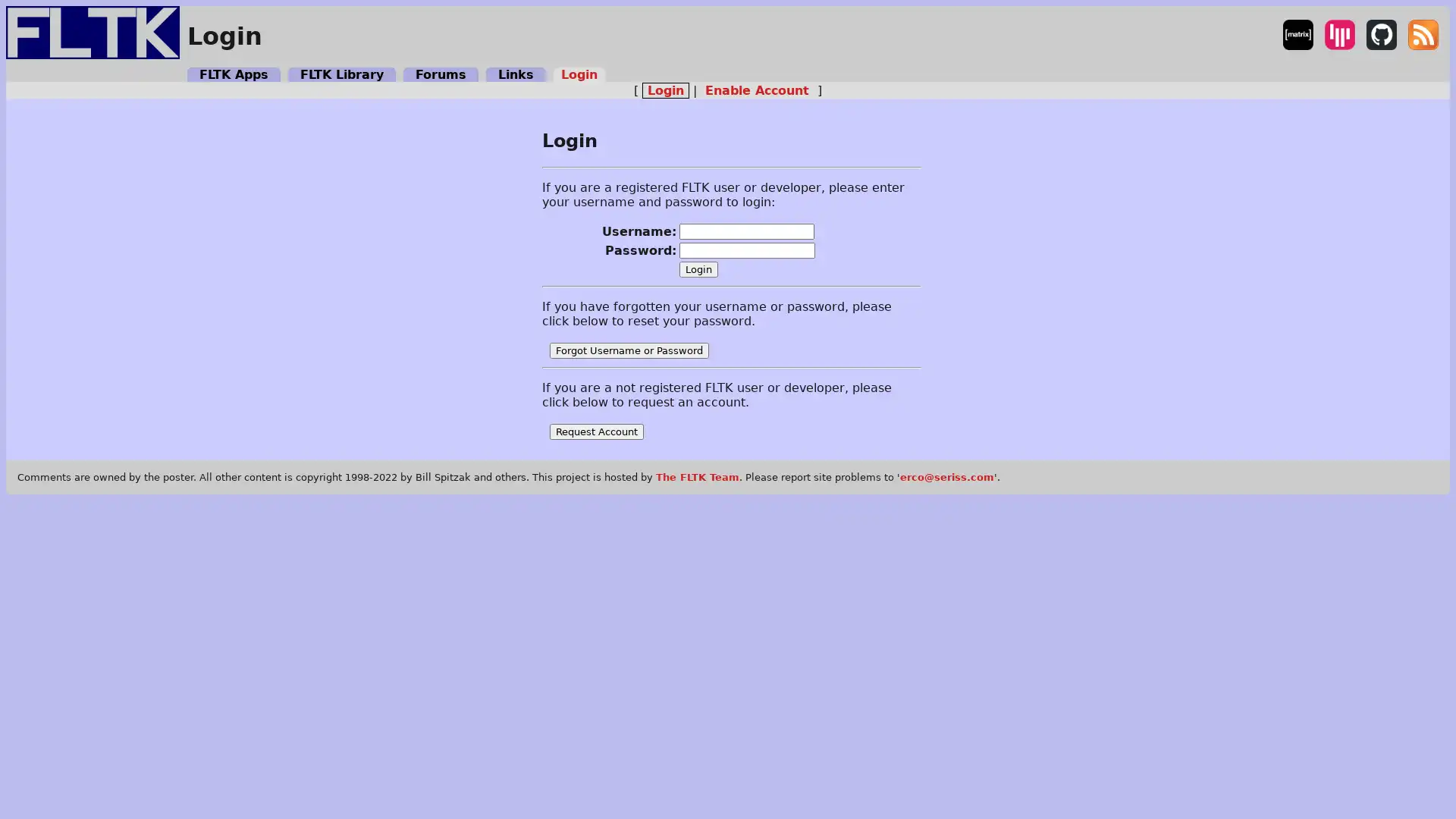  Describe the element at coordinates (697, 268) in the screenshot. I see `Login` at that location.